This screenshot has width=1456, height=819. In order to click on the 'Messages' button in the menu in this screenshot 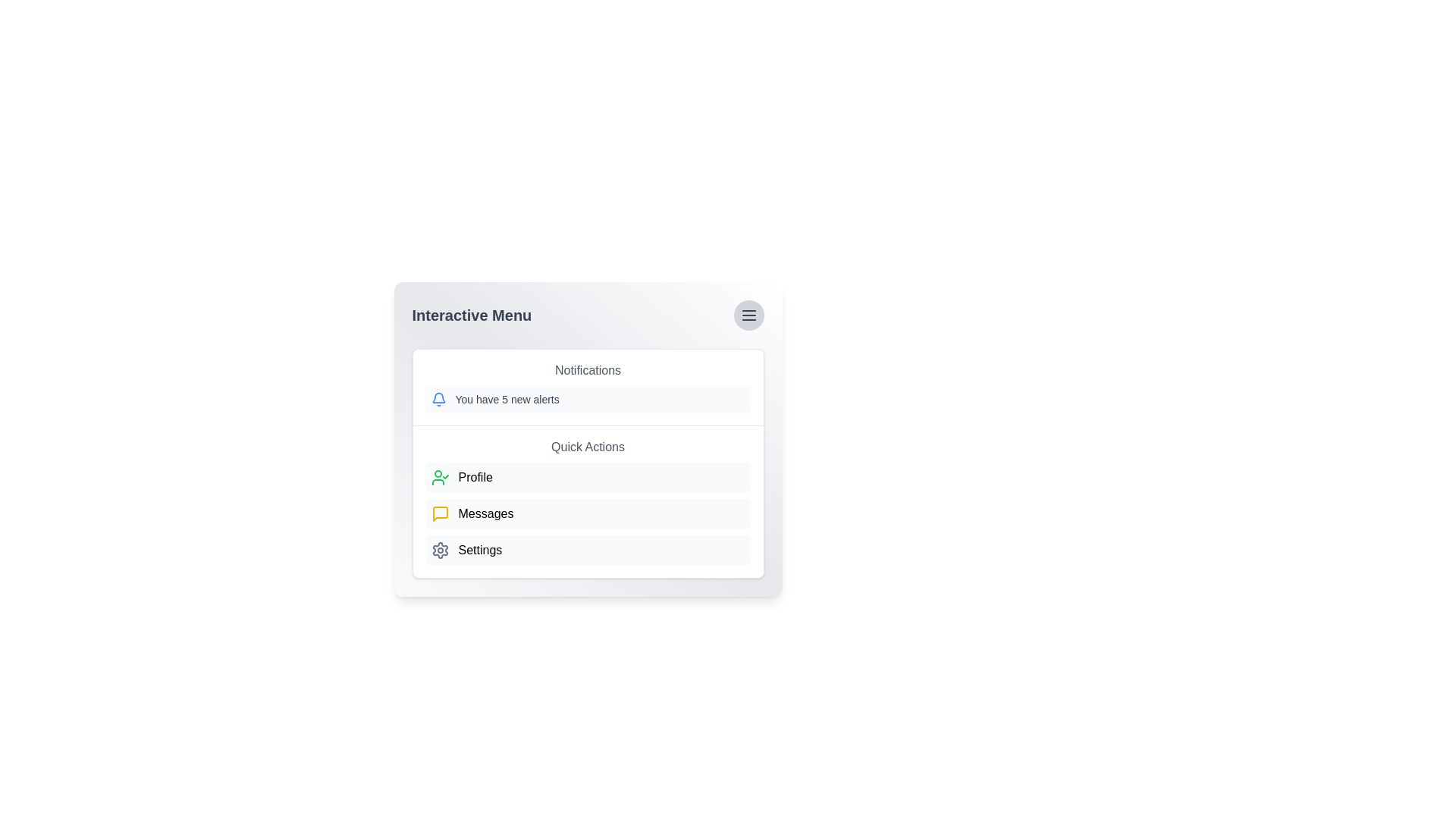, I will do `click(587, 513)`.